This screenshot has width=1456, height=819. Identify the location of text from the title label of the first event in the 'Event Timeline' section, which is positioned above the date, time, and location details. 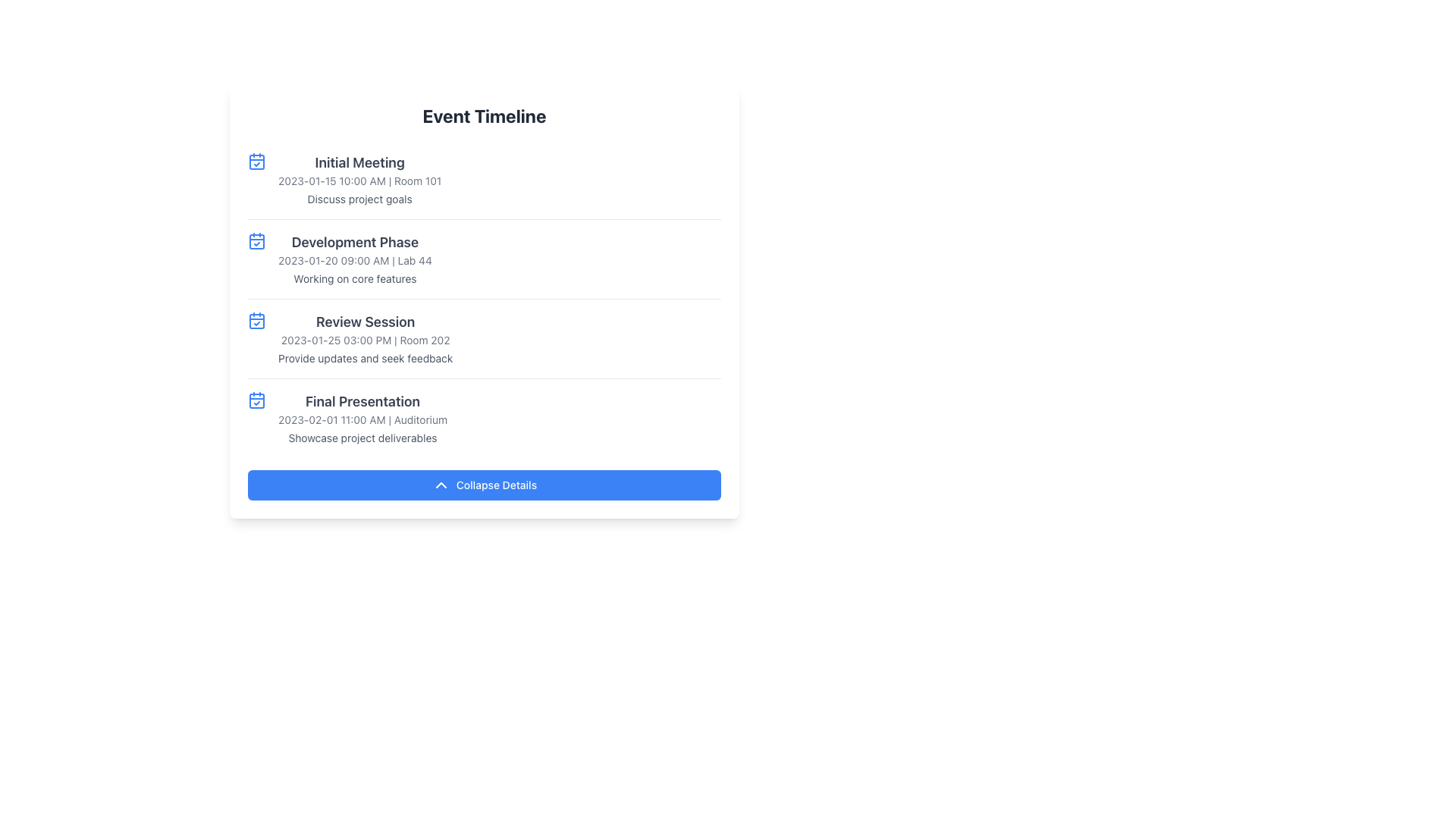
(359, 163).